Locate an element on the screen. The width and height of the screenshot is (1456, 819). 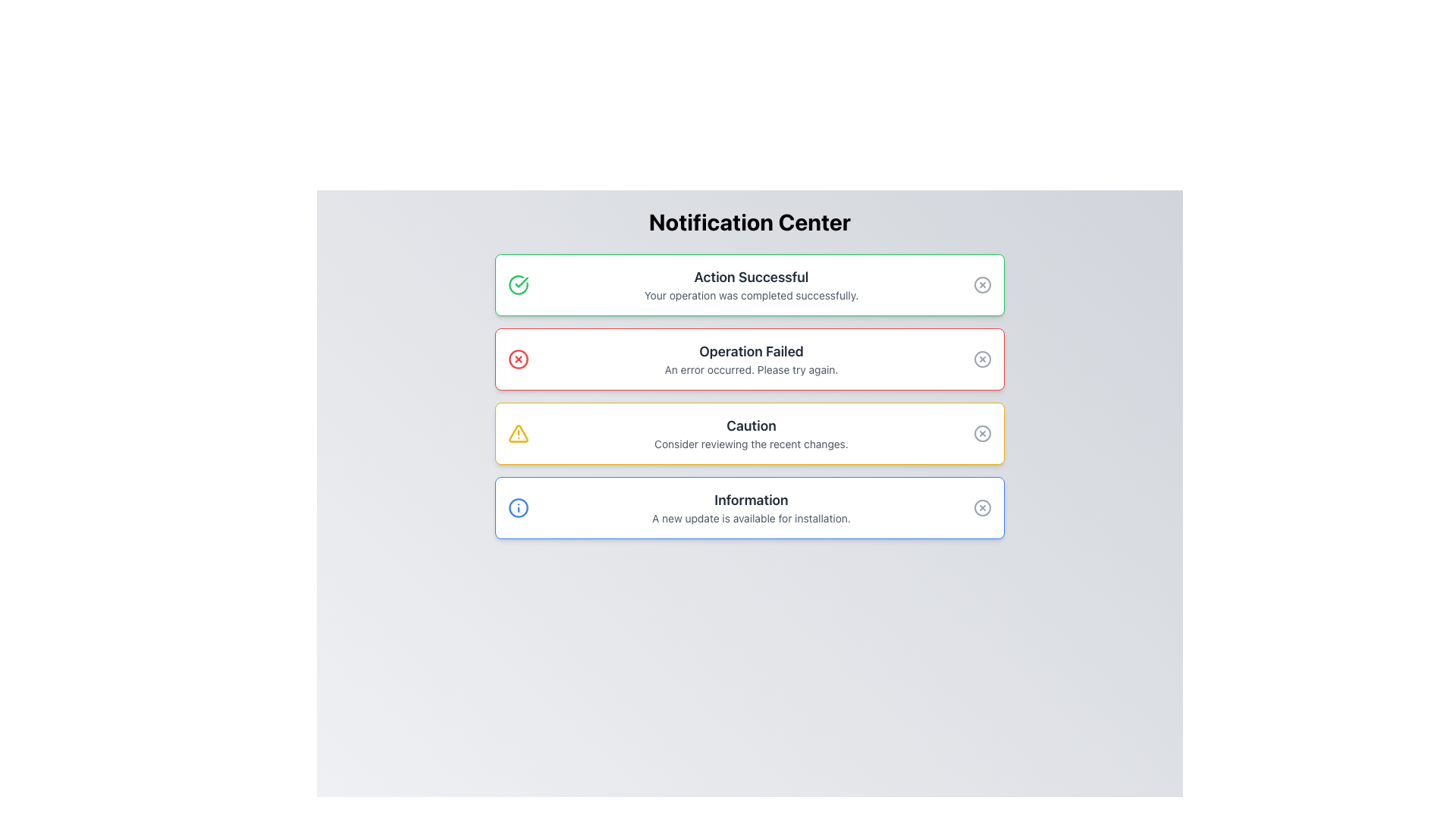
static text element conveying information about the availability of a software update located in the 'Information' box of the notification center is located at coordinates (751, 517).